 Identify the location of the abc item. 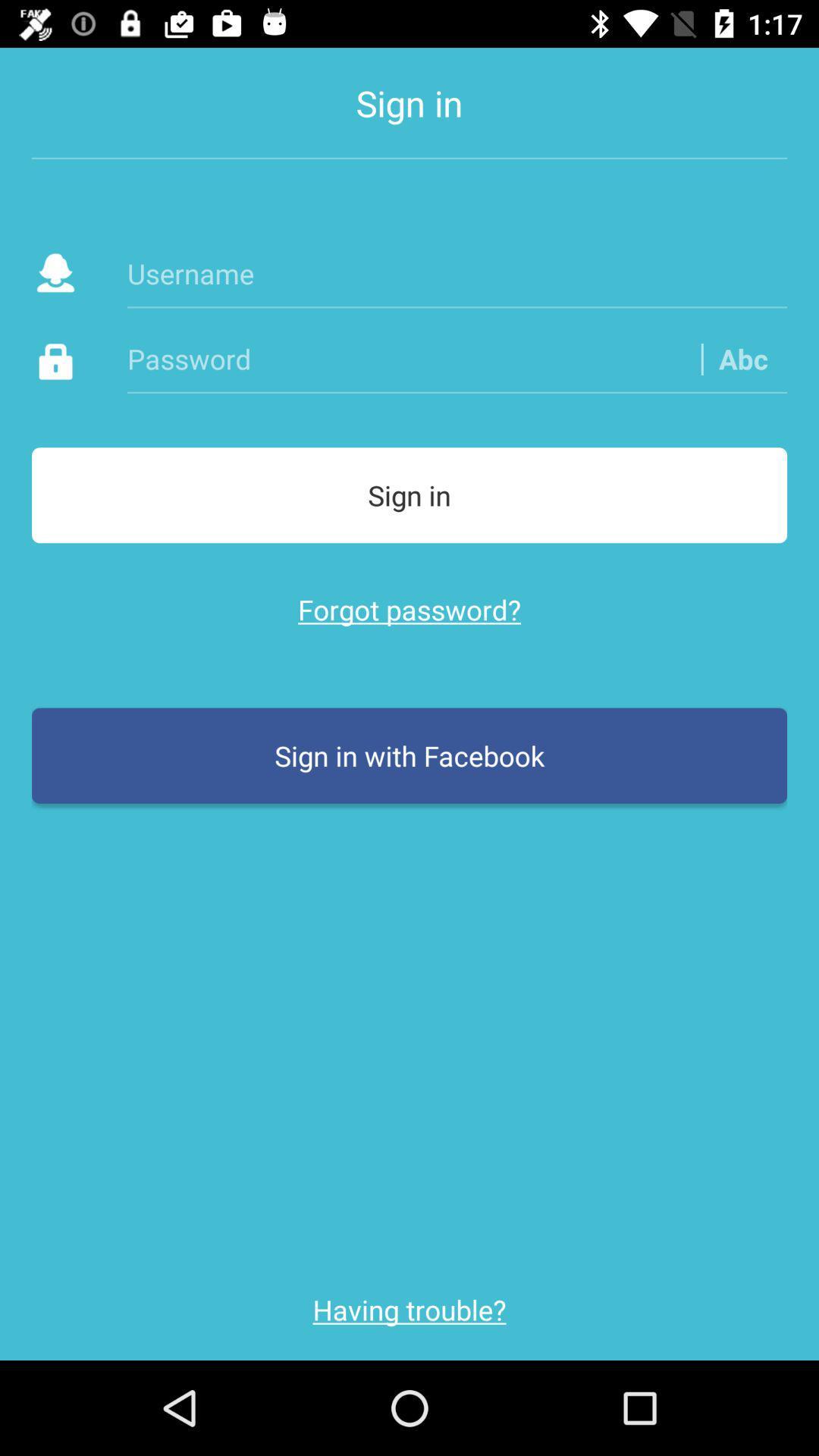
(742, 358).